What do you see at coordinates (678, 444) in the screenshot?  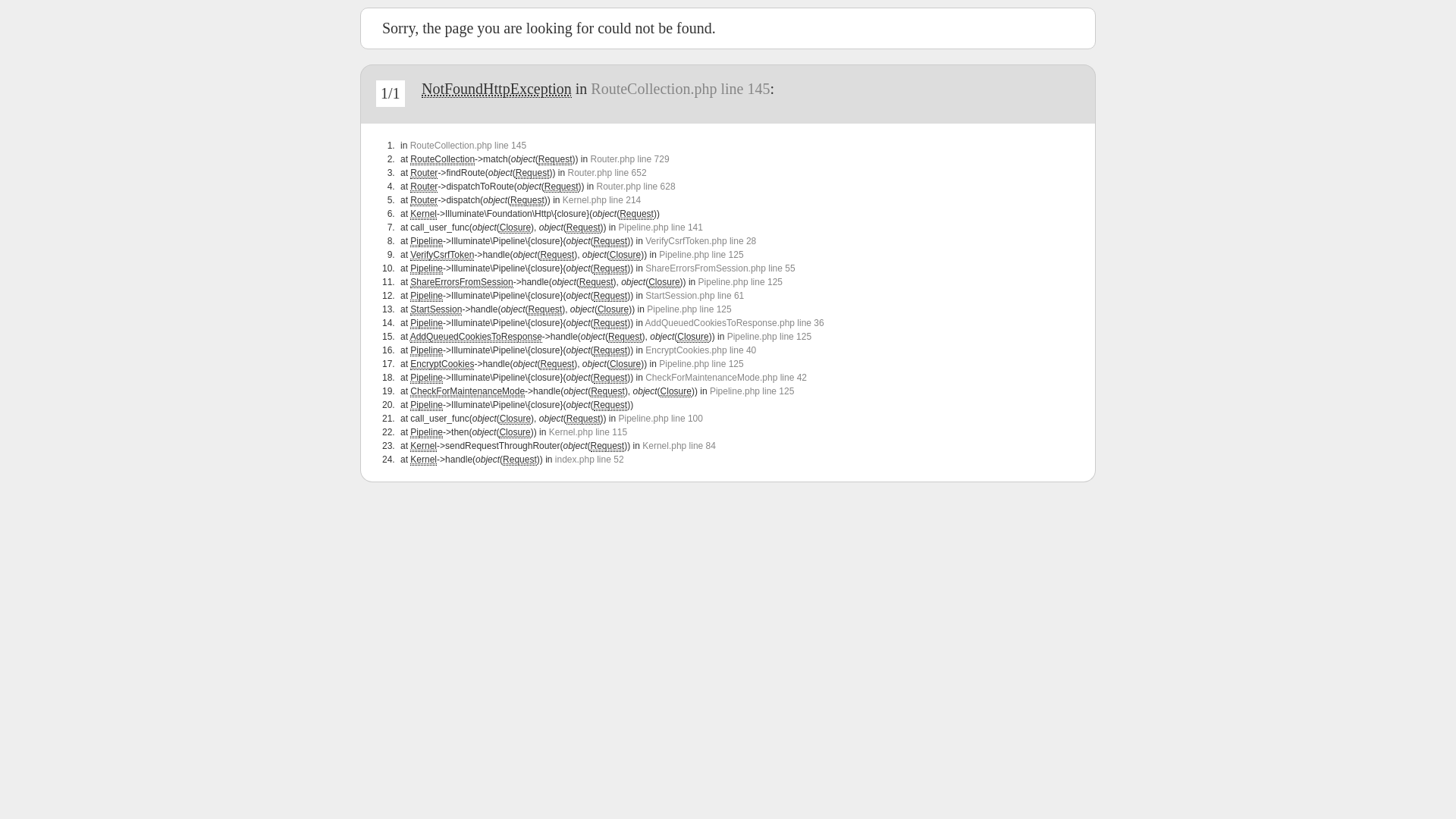 I see `'Kernel.php line 84'` at bounding box center [678, 444].